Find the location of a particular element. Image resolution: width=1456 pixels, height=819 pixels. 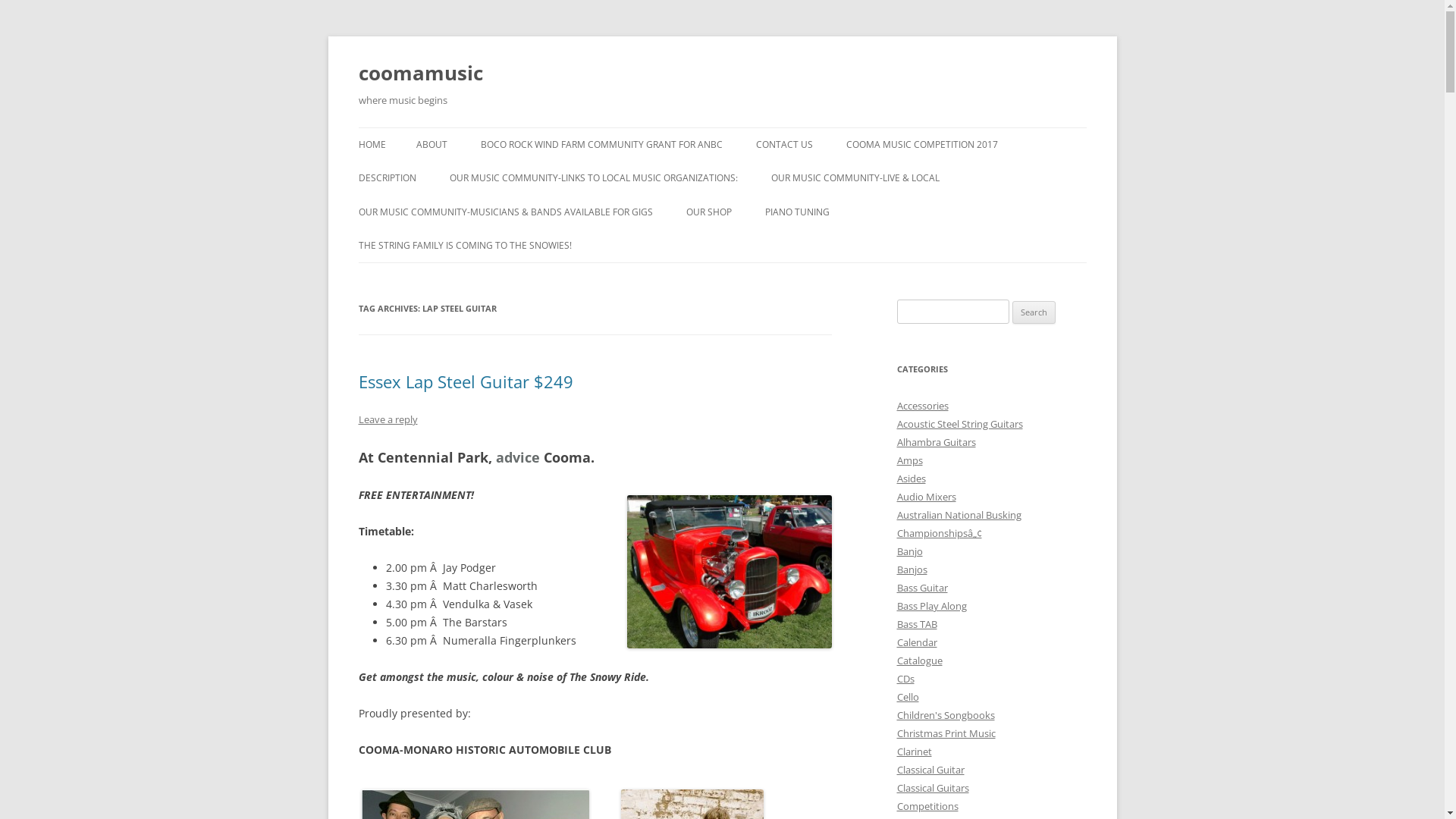

'Essex Lap Steel Guitar $249' is located at coordinates (464, 380).